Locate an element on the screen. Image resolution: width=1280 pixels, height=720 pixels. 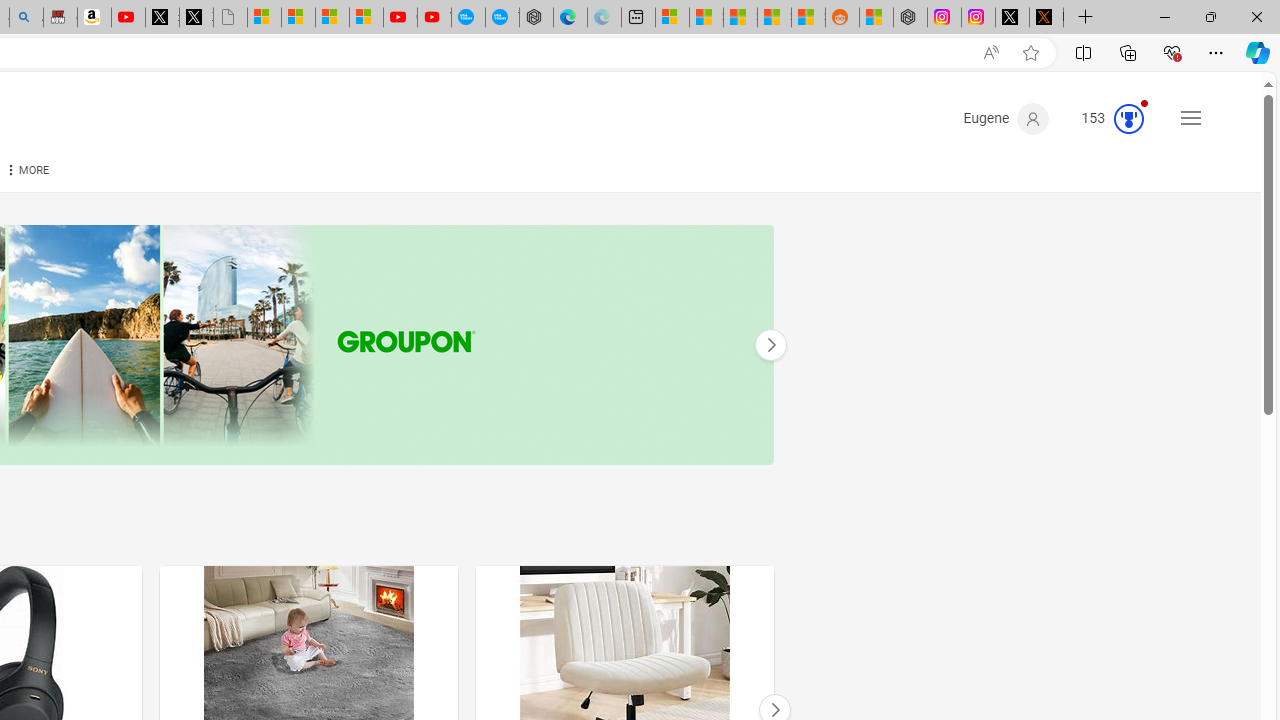
'Settings and more (Alt+F)' is located at coordinates (1215, 51).